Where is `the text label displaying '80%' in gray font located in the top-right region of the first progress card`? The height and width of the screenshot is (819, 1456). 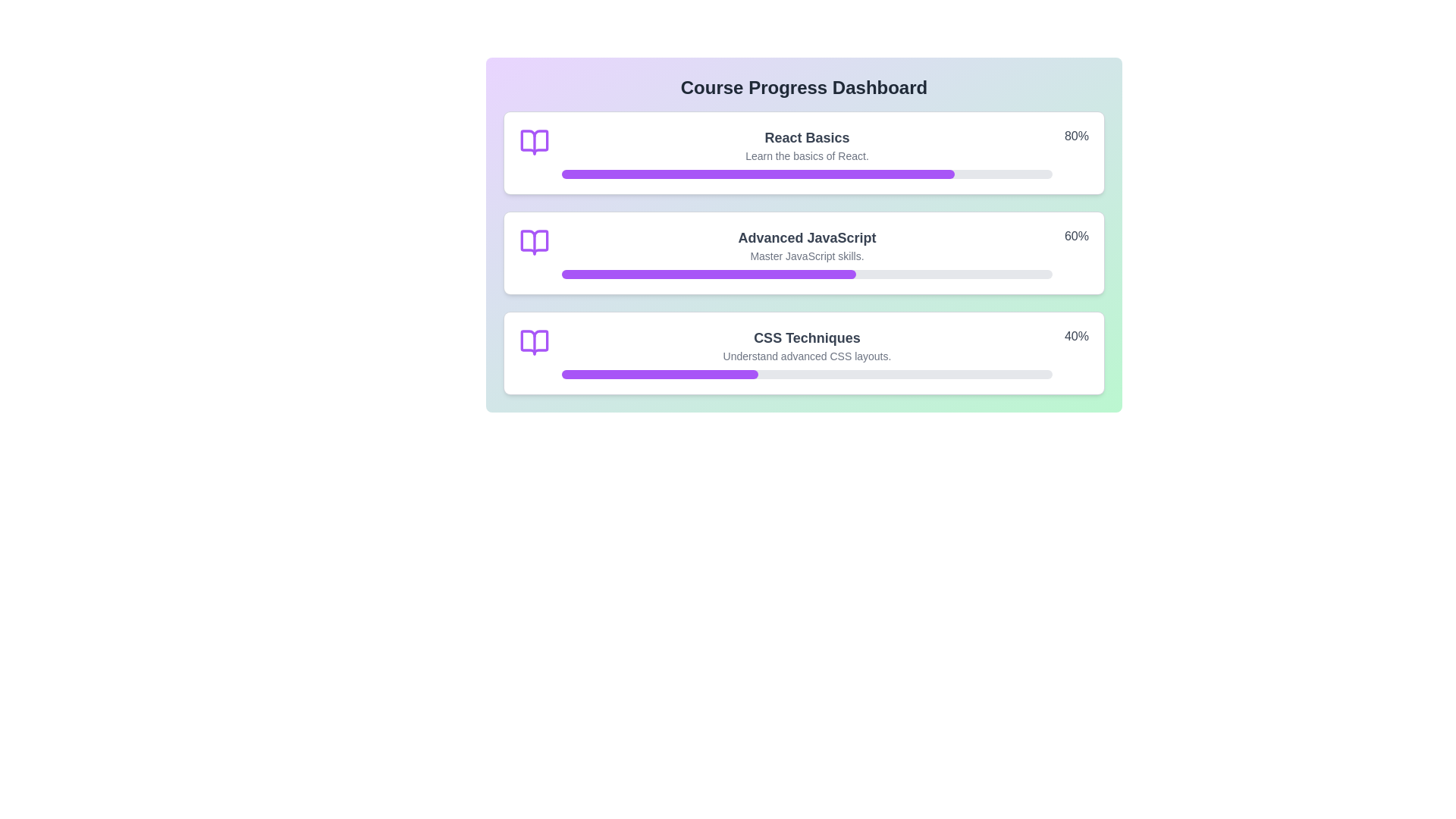
the text label displaying '80%' in gray font located in the top-right region of the first progress card is located at coordinates (1076, 136).